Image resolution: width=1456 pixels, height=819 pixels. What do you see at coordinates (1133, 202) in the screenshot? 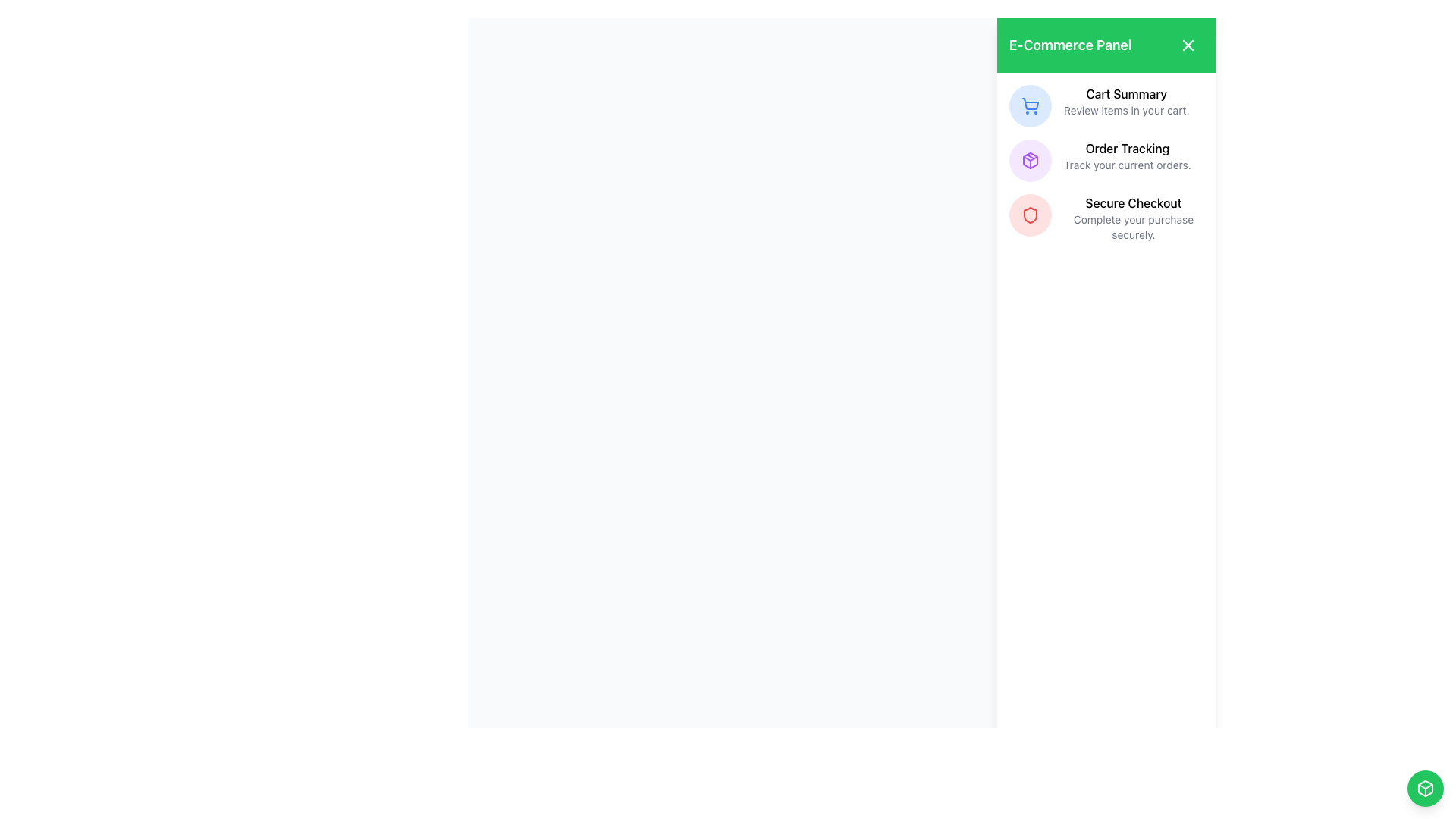
I see `the 'Secure Checkout' text label located in the lower section of the green-topped sidebar titled 'E-Commerce Panel'. It is the top line of text in a list item with a red circular icon featuring a shield` at bounding box center [1133, 202].